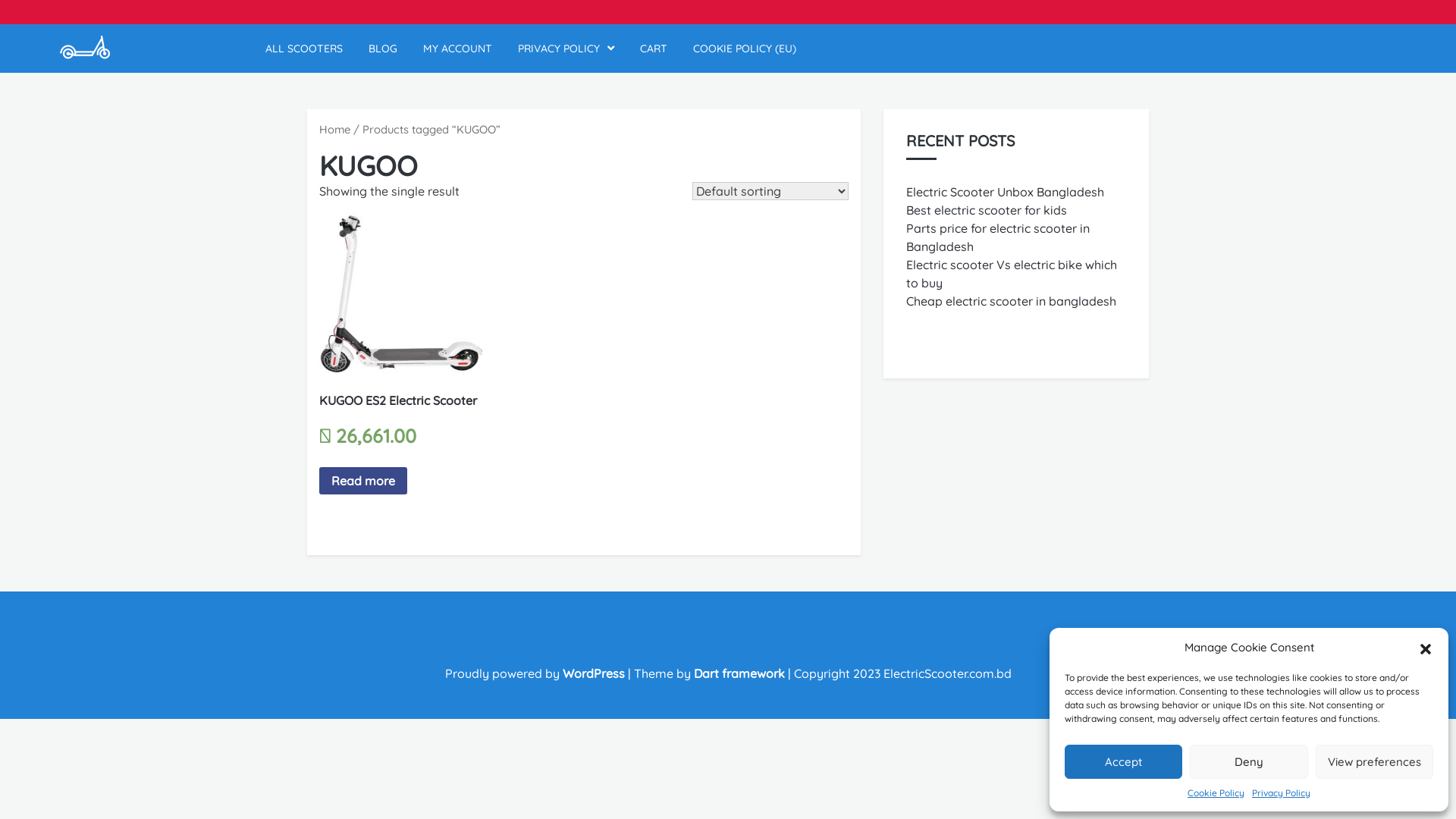 This screenshot has width=1456, height=819. Describe the element at coordinates (739, 672) in the screenshot. I see `'Dart framework'` at that location.